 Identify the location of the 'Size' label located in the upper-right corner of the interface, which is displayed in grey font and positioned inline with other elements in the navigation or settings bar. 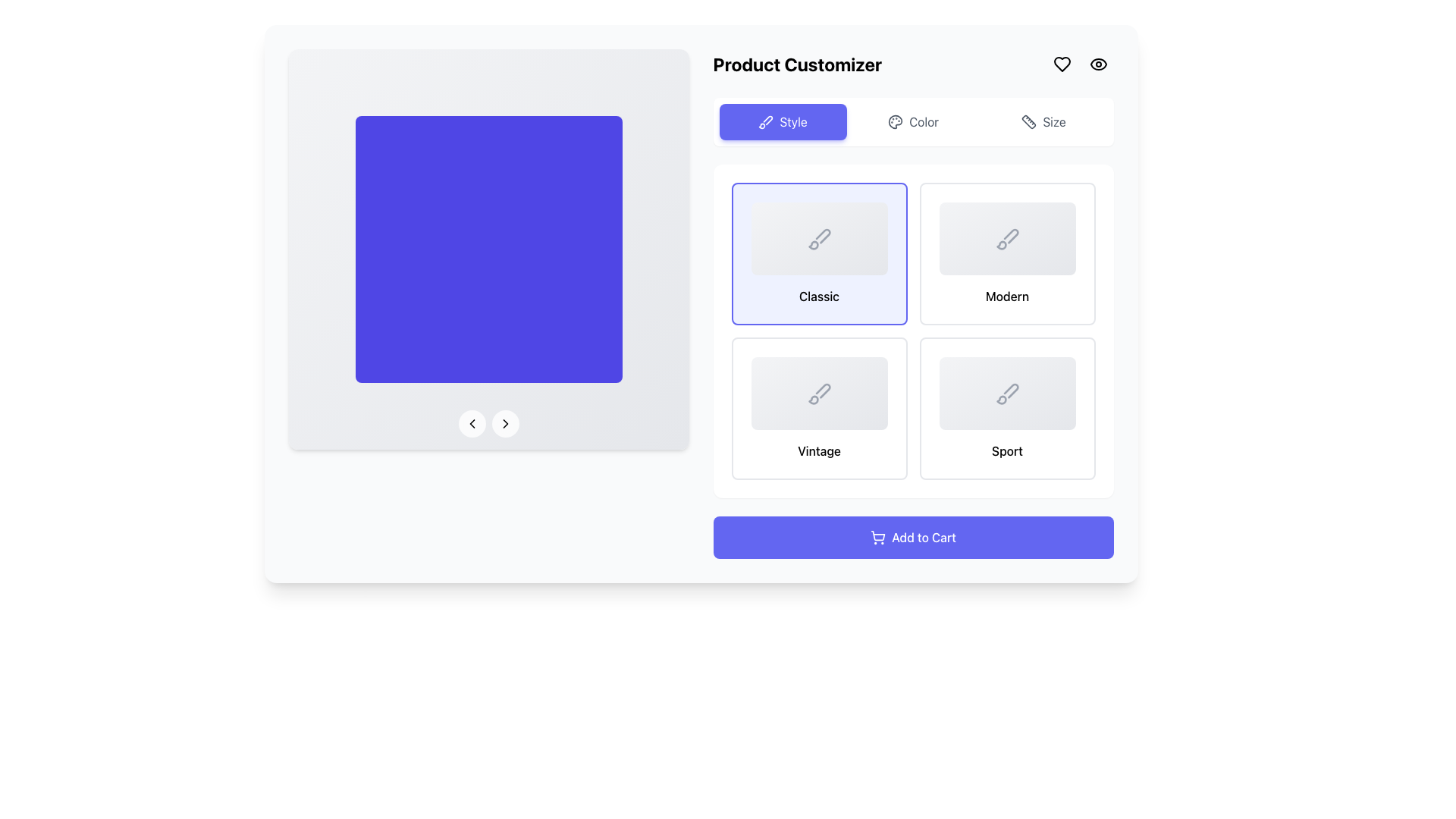
(1053, 121).